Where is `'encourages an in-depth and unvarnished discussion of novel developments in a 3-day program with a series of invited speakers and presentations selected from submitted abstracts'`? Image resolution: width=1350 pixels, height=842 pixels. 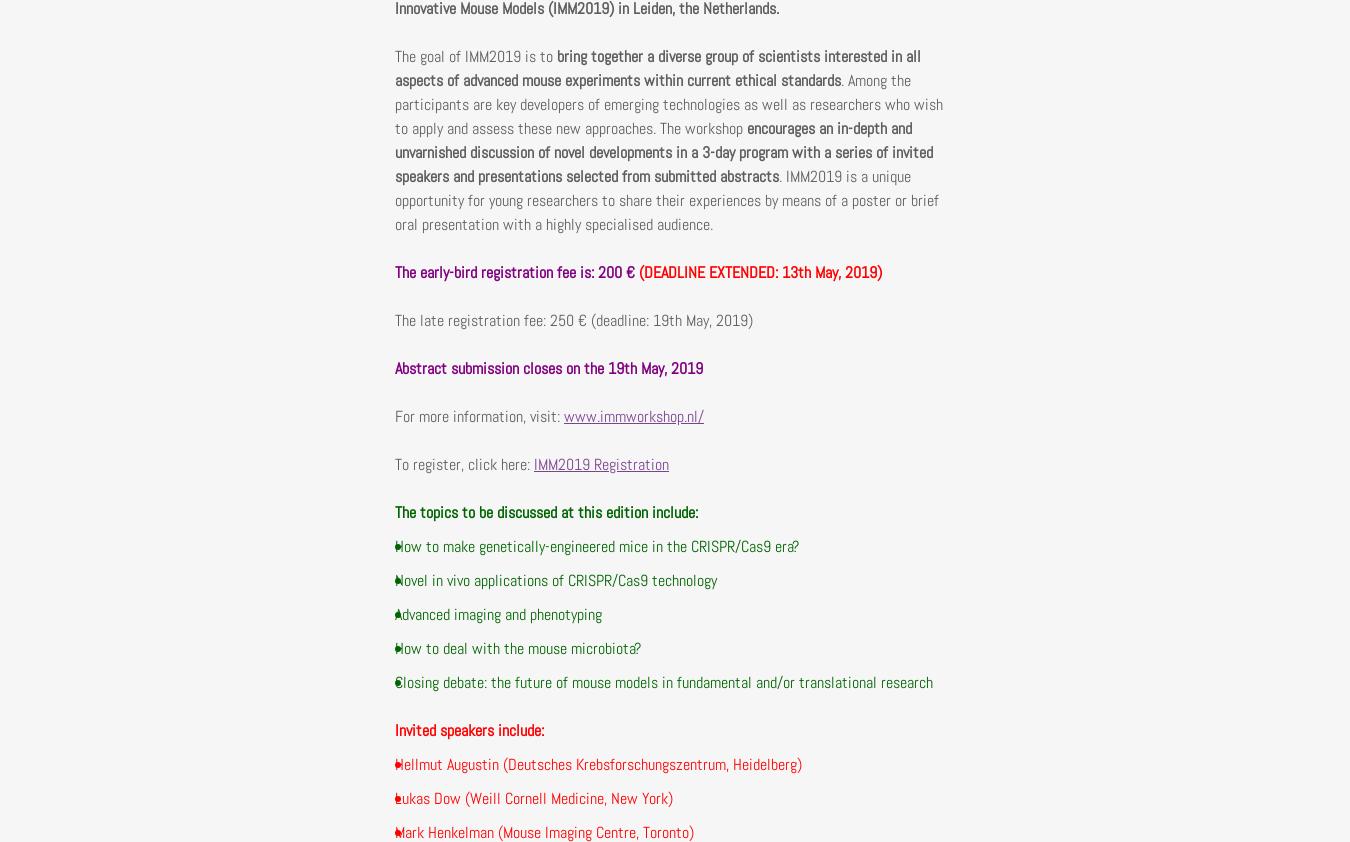 'encourages an in-depth and unvarnished discussion of novel developments in a 3-day program with a series of invited speakers and presentations selected from submitted abstracts' is located at coordinates (664, 150).